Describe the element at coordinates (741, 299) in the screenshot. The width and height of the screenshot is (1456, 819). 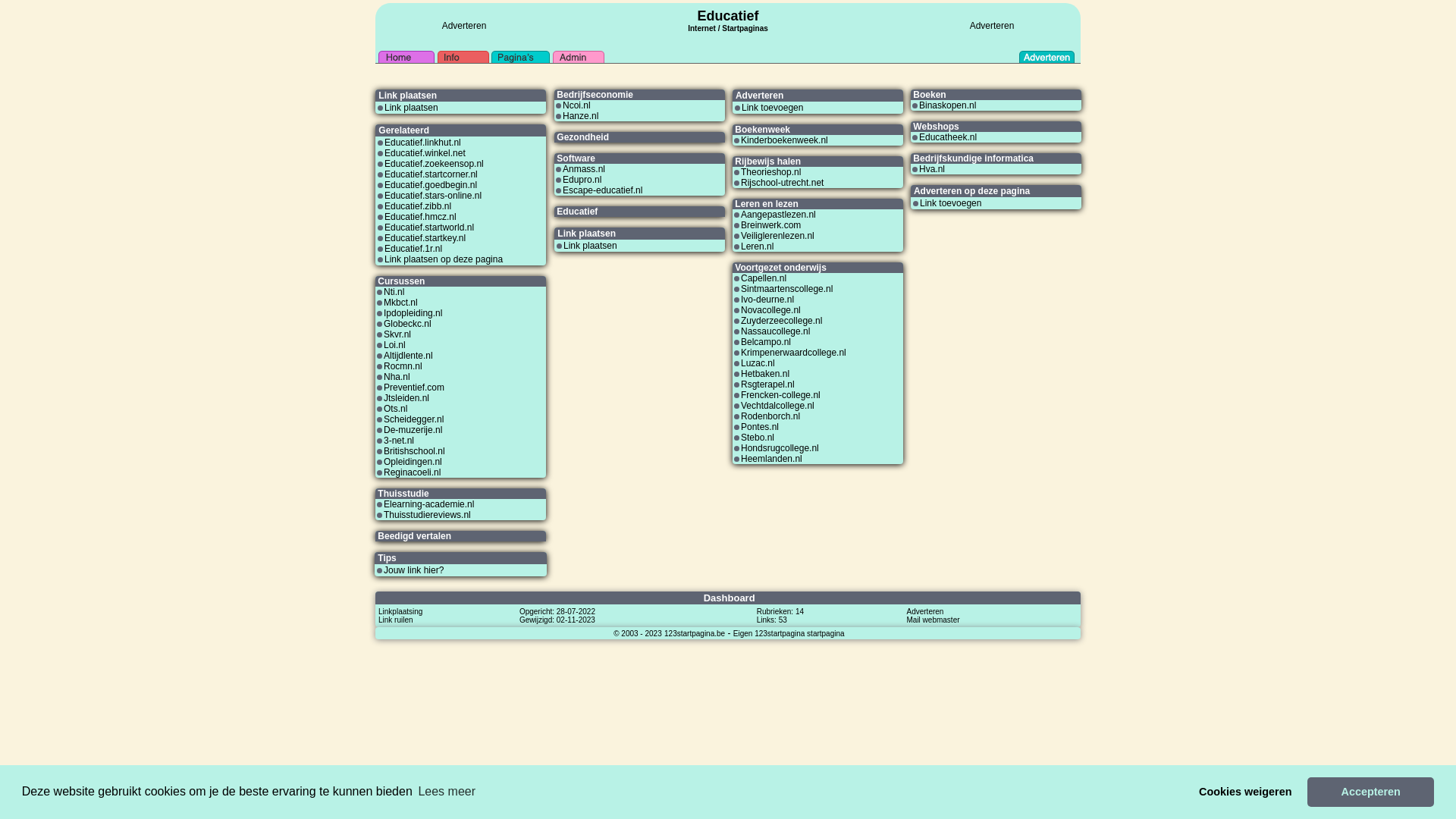
I see `'Ivo-deurne.nl'` at that location.